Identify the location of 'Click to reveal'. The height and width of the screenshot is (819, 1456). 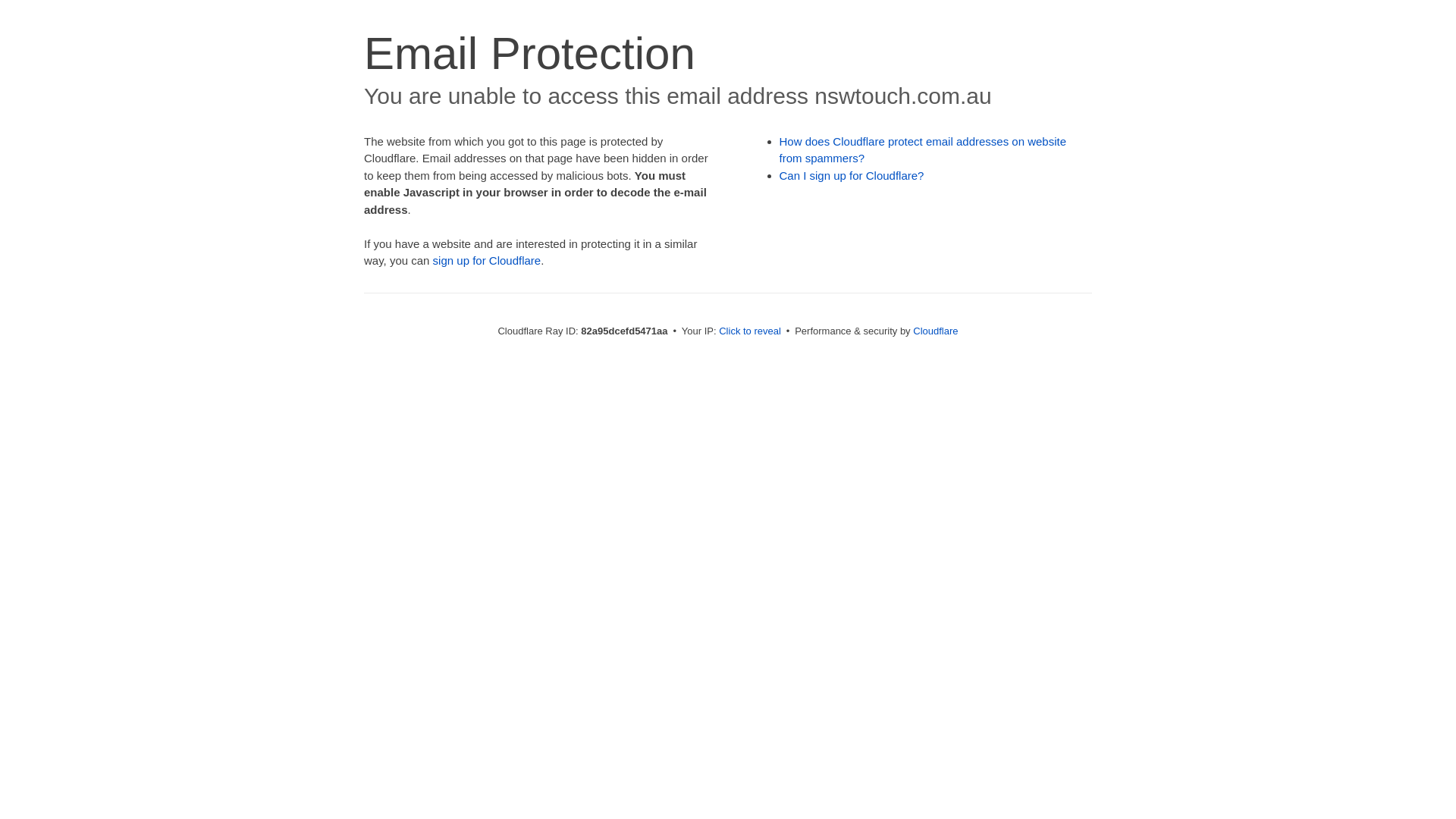
(749, 330).